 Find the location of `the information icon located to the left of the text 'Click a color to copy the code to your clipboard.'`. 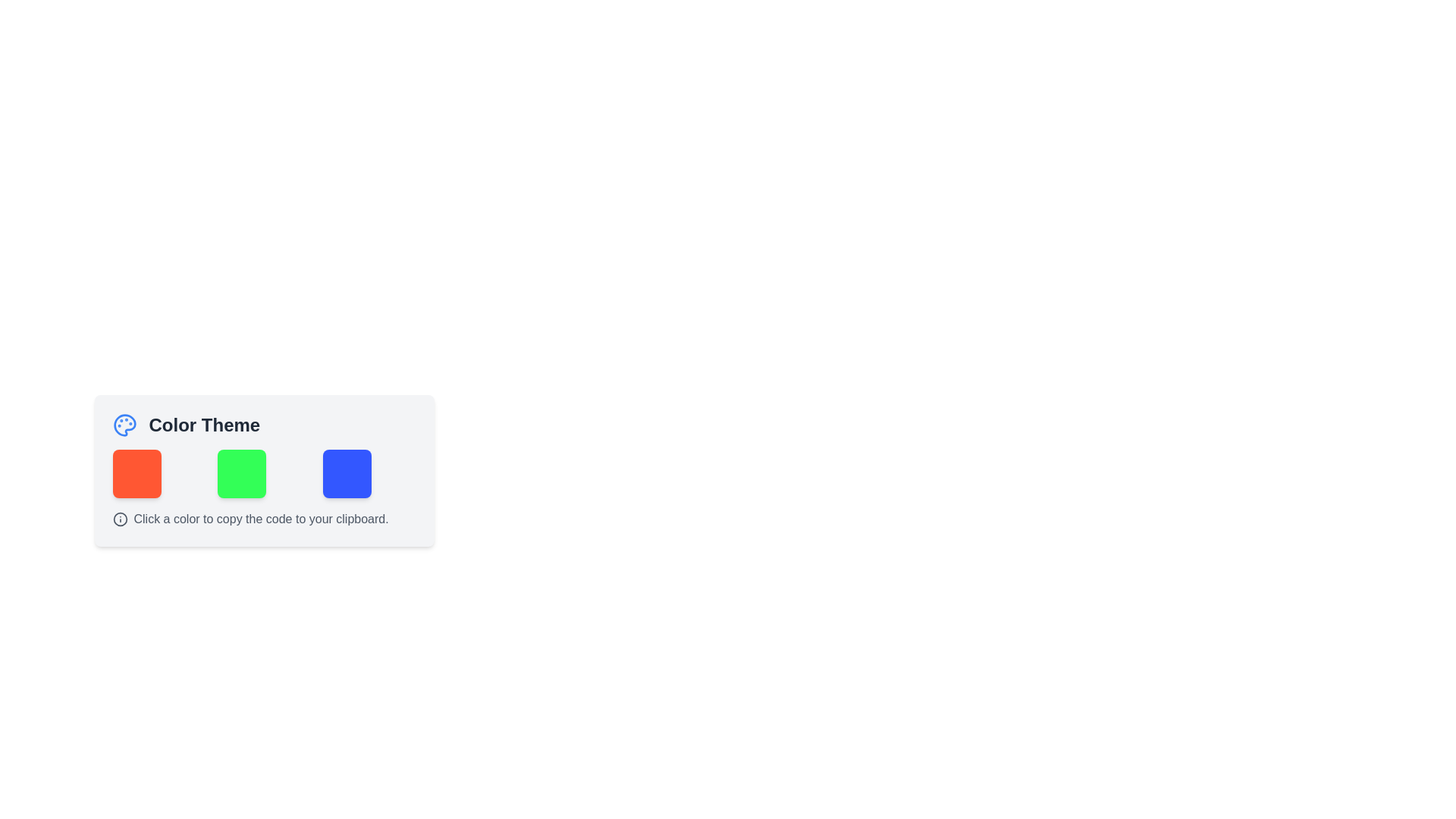

the information icon located to the left of the text 'Click a color to copy the code to your clipboard.' is located at coordinates (119, 519).